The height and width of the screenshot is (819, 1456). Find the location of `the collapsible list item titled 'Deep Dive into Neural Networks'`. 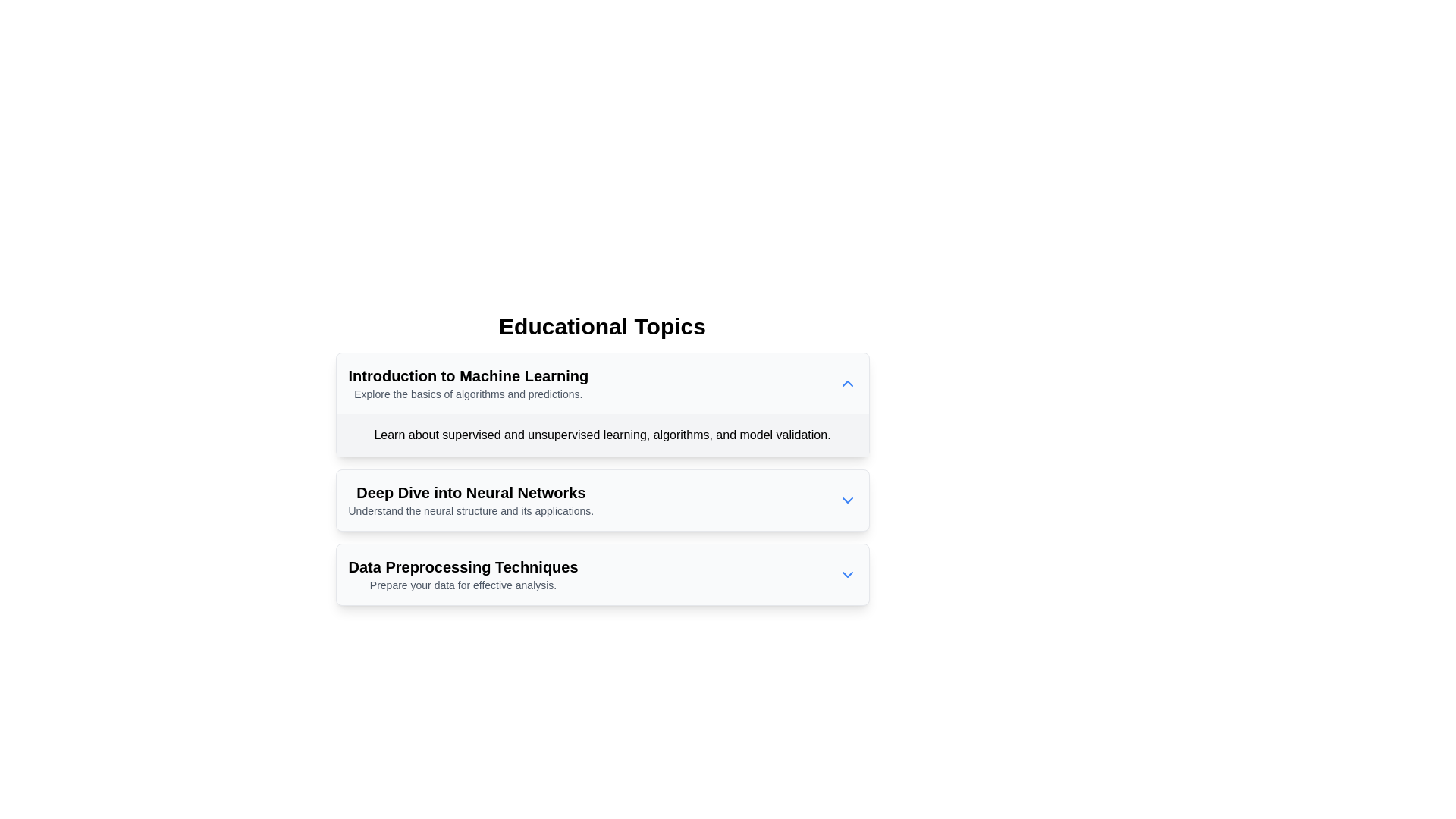

the collapsible list item titled 'Deep Dive into Neural Networks' is located at coordinates (601, 500).